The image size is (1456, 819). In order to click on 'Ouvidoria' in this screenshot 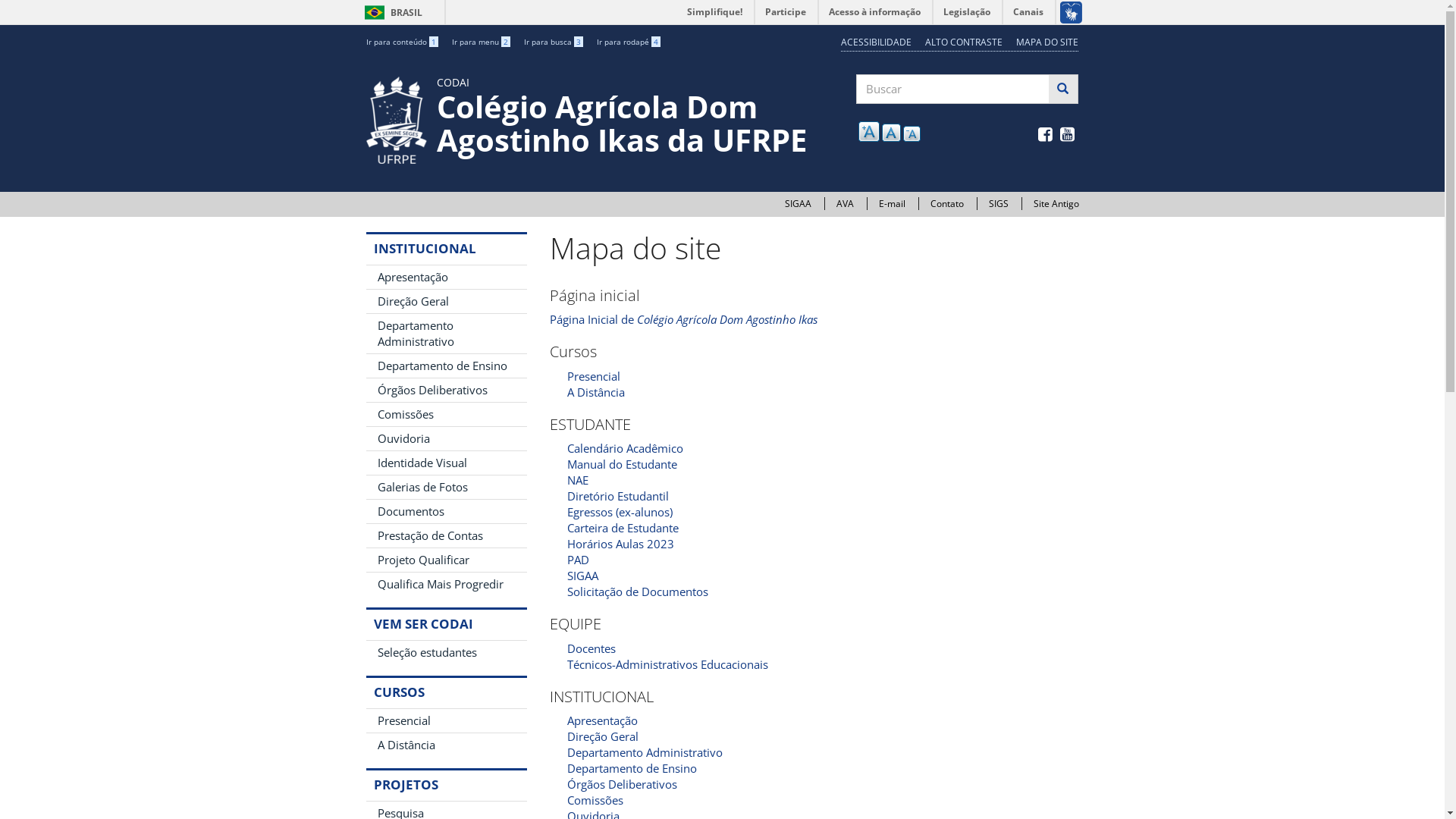, I will do `click(445, 438)`.